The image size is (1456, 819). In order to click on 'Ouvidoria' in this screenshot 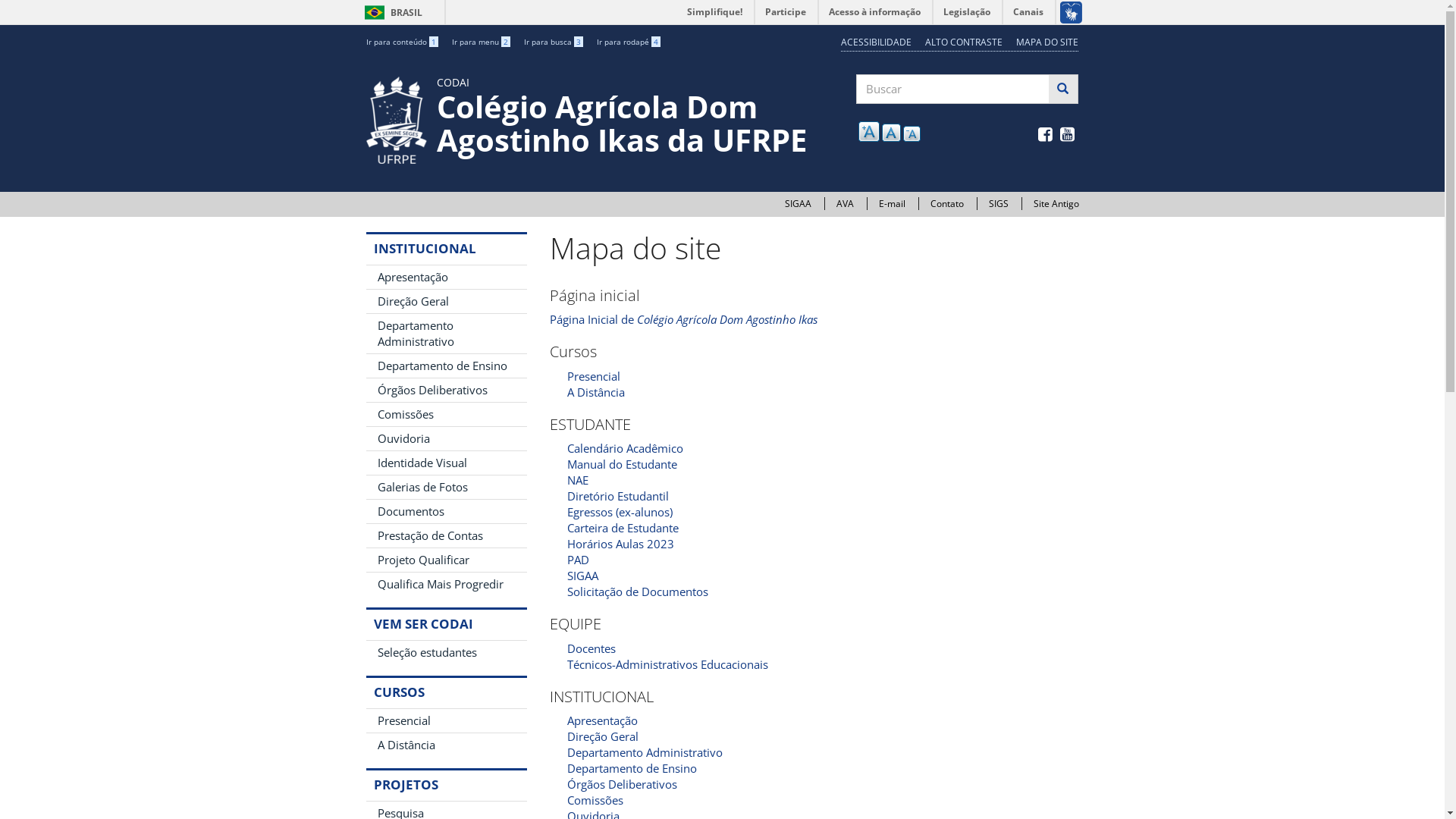, I will do `click(445, 438)`.